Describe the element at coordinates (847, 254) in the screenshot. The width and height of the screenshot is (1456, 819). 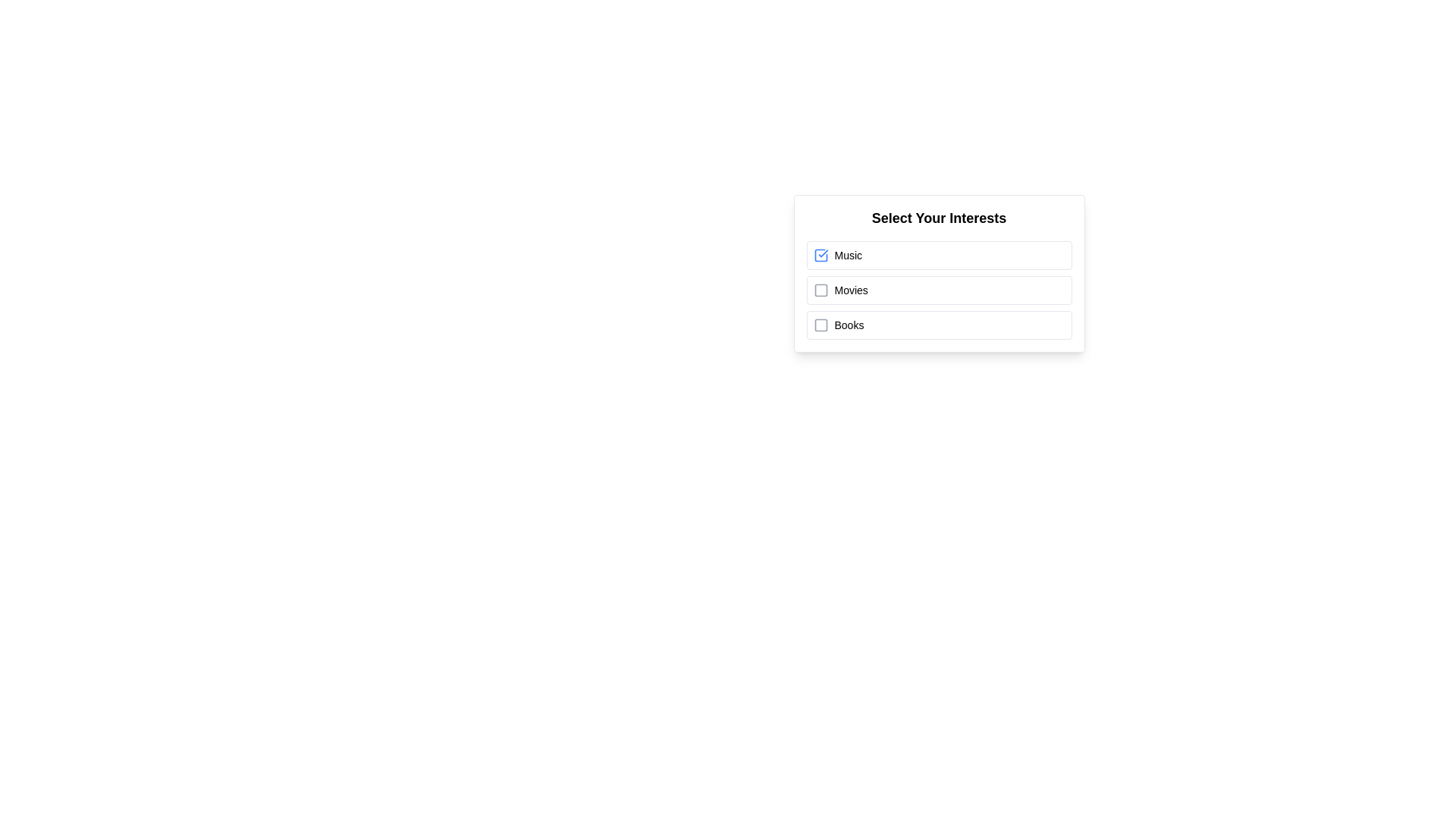
I see `text of the descriptive label saying 'Music' located to the right of the checkbox in the first row of options` at that location.